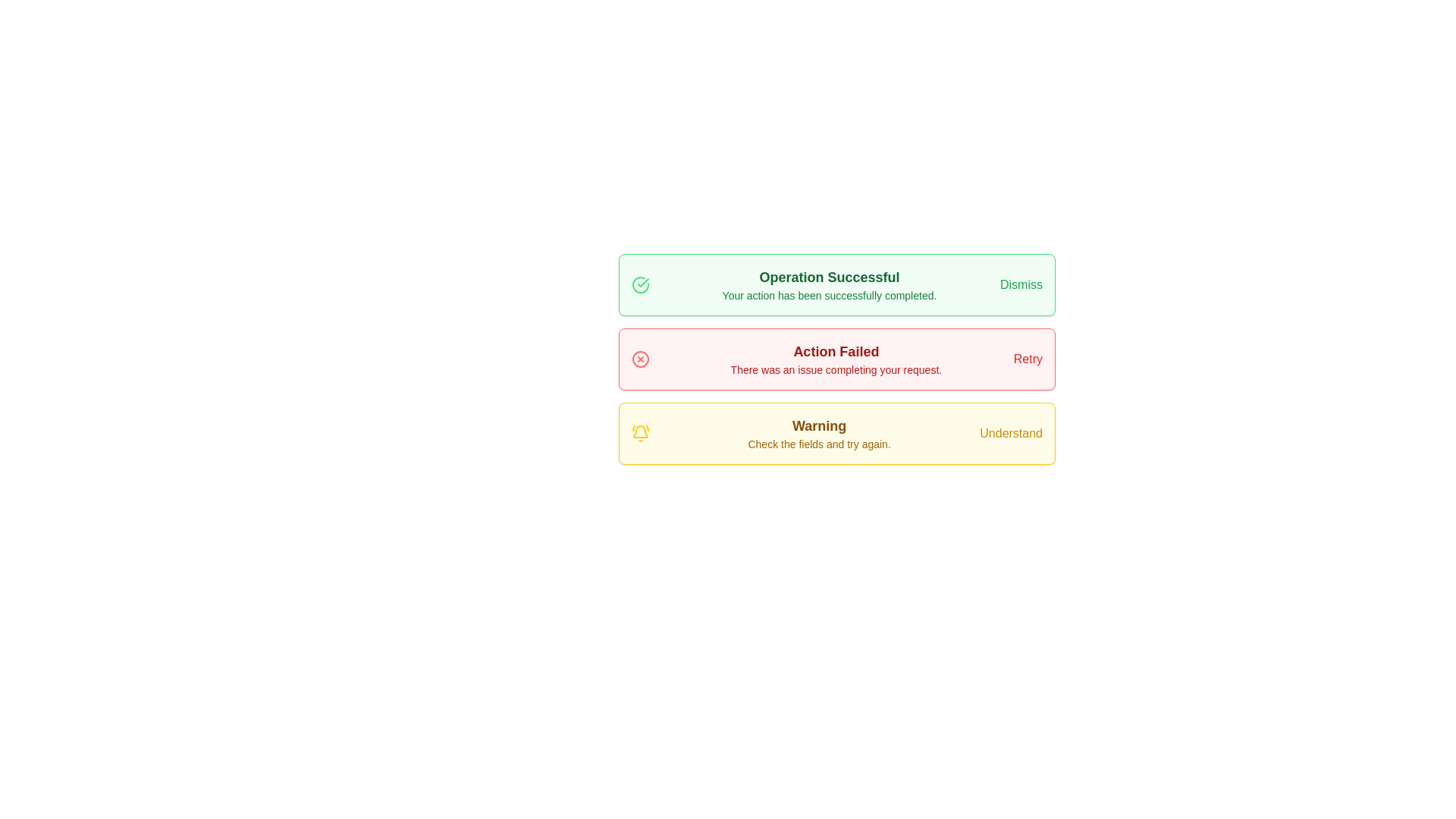  What do you see at coordinates (829, 278) in the screenshot?
I see `the text display that reads 'Operation Successful' which is bold, green, and located at the topmost alert box in the interface` at bounding box center [829, 278].